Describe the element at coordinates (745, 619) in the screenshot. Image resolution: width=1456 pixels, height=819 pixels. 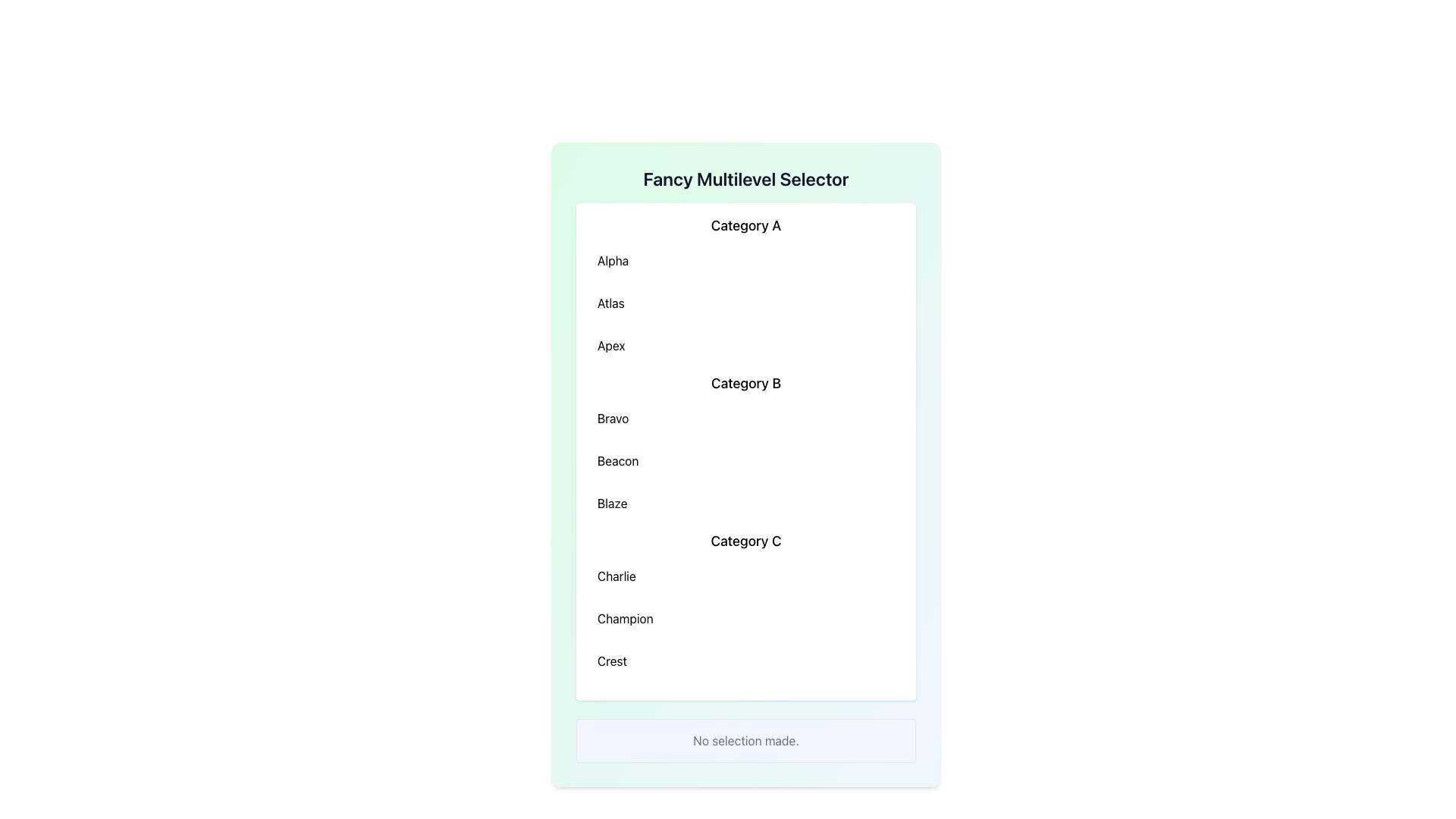
I see `the selectable item labeled 'Champion', which is the second option under the 'Category C' section, located between 'Charlie' and 'Crest'` at that location.